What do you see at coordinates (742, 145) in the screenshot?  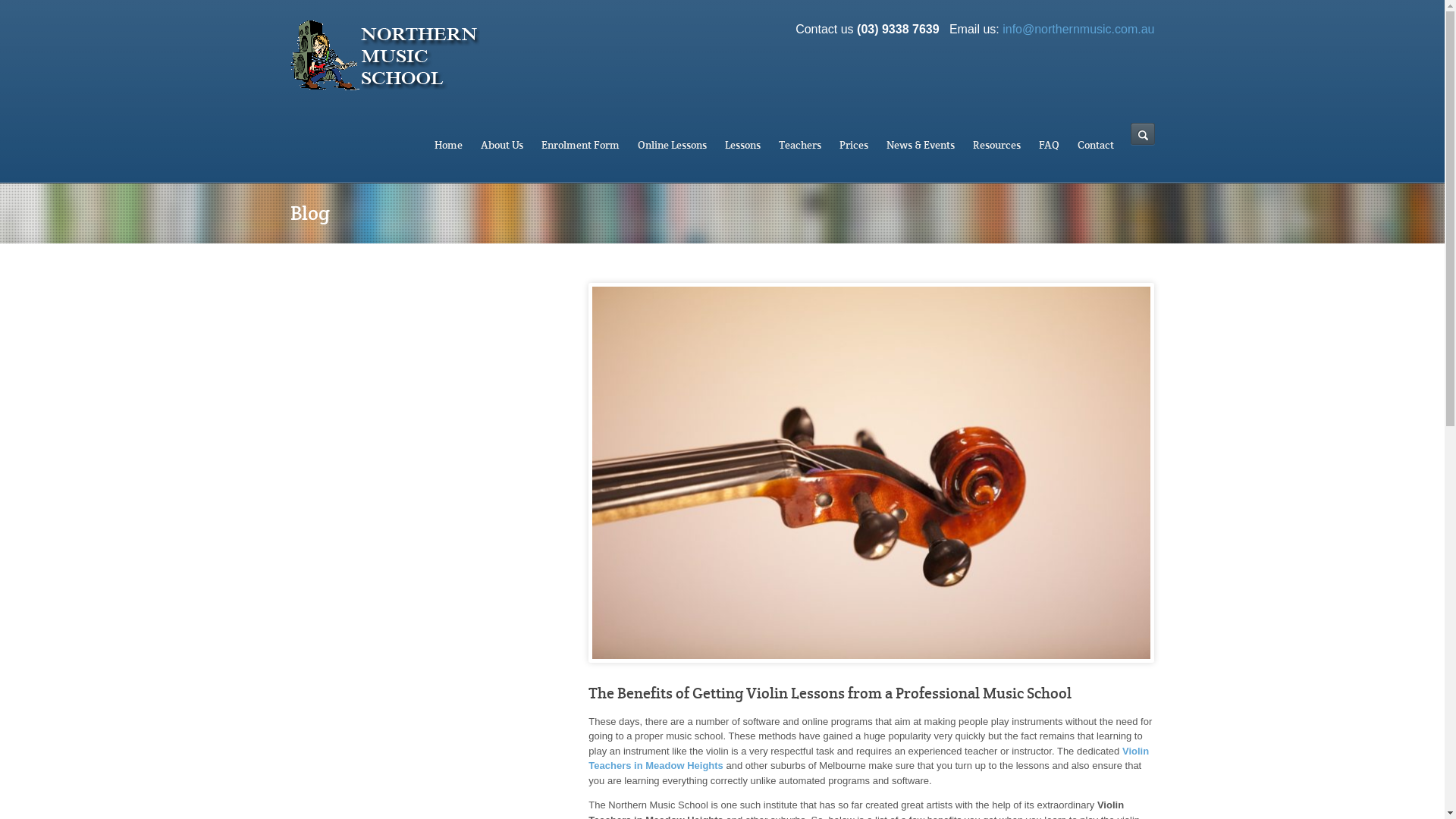 I see `'Lessons'` at bounding box center [742, 145].